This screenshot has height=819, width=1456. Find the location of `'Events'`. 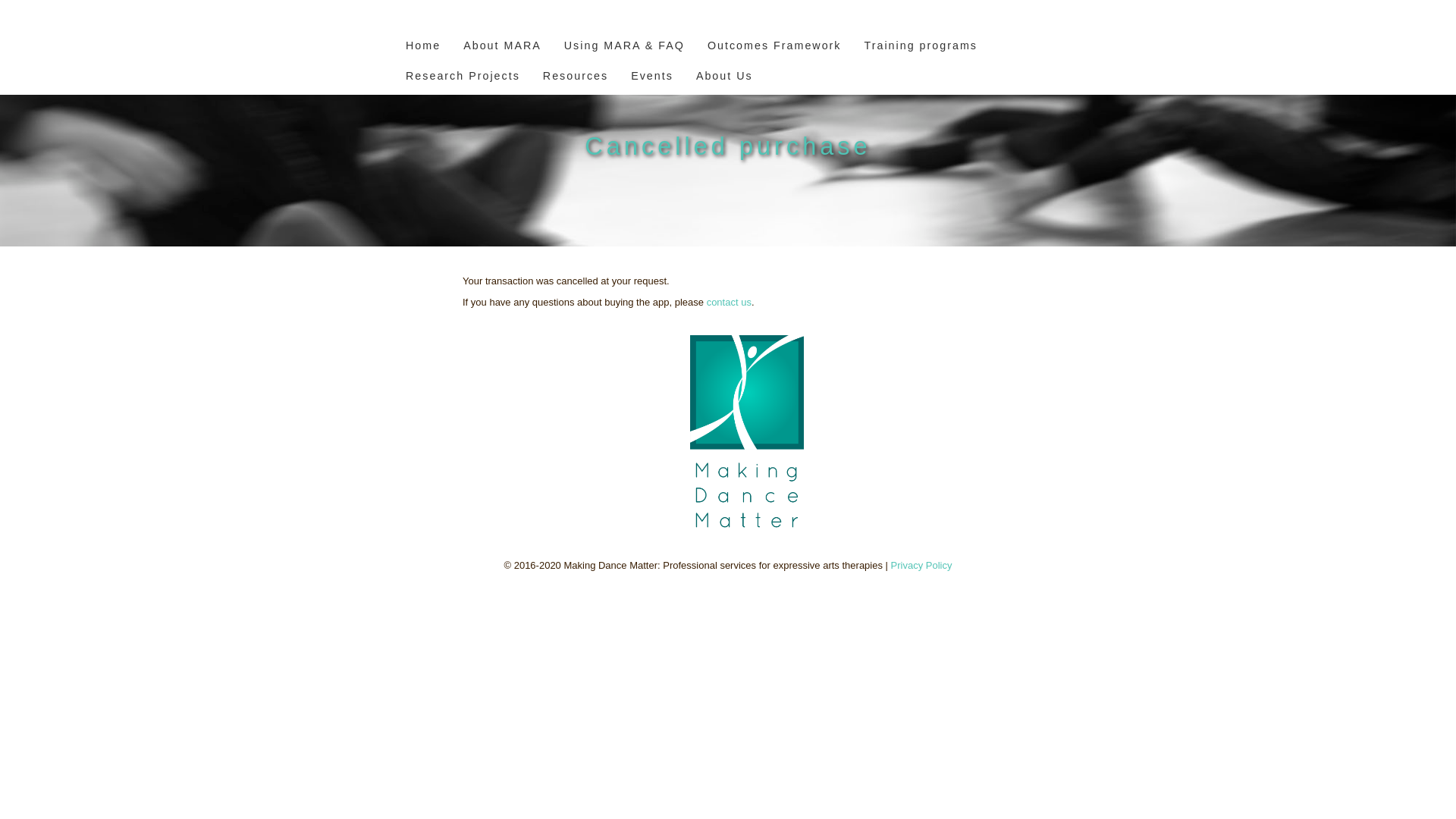

'Events' is located at coordinates (623, 79).